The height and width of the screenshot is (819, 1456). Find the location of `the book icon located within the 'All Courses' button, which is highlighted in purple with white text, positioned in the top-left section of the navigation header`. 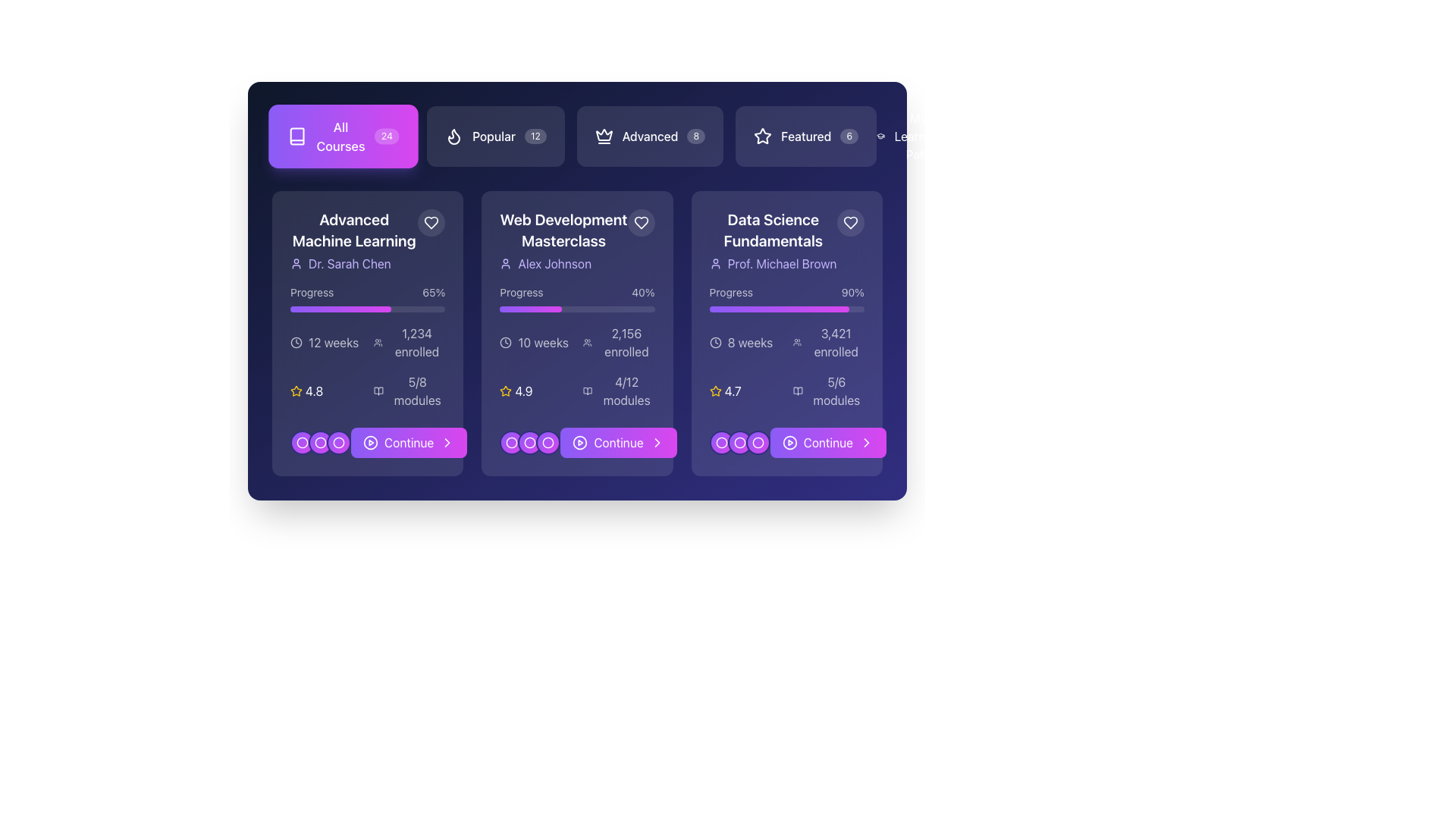

the book icon located within the 'All Courses' button, which is highlighted in purple with white text, positioned in the top-left section of the navigation header is located at coordinates (297, 136).